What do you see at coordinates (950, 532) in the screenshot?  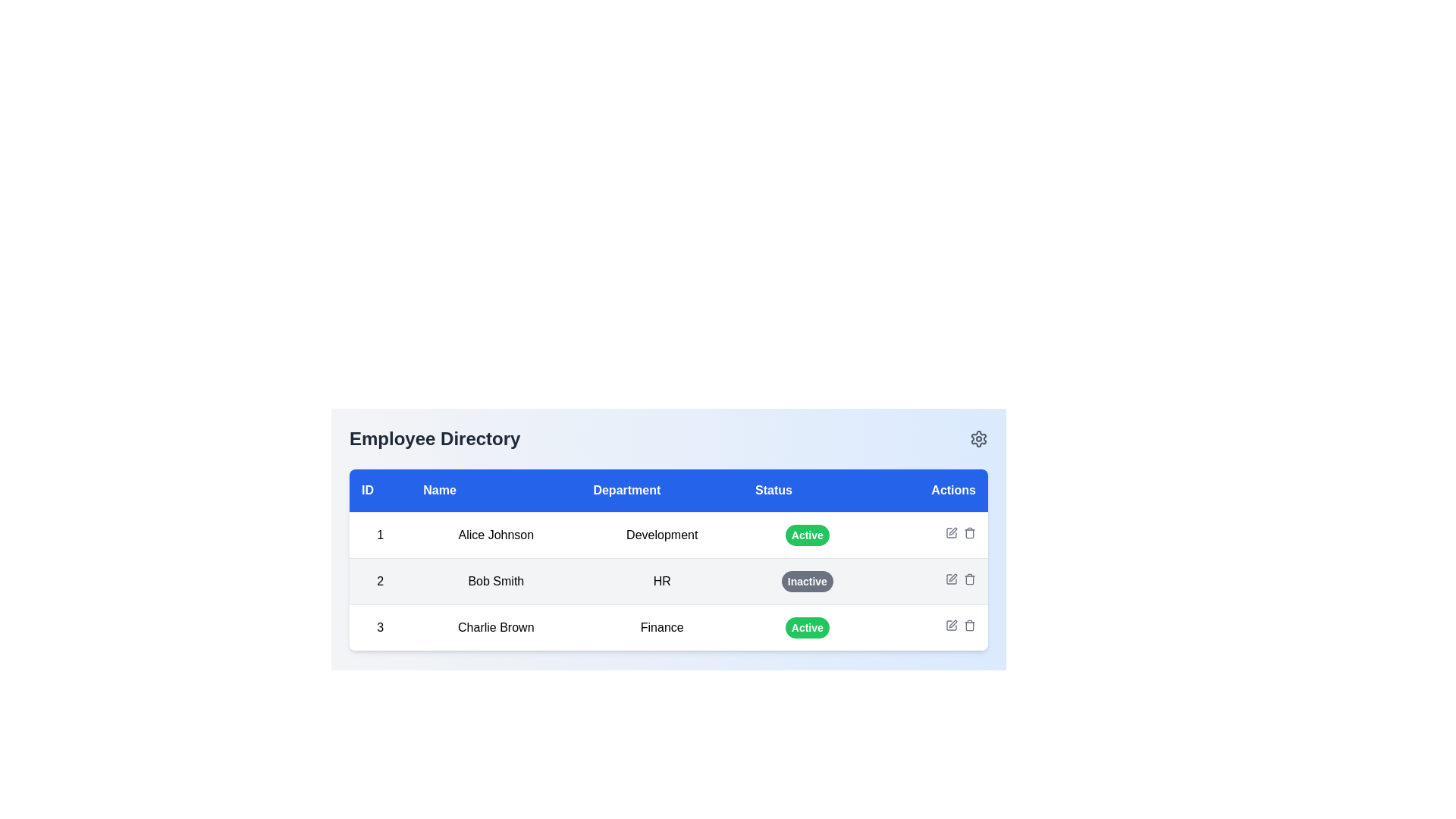 I see `the pen-shaped icon located in the first row of the employee directory table, immediately to the right of the 'Active' status indicator for 'Alice Johnson'` at bounding box center [950, 532].